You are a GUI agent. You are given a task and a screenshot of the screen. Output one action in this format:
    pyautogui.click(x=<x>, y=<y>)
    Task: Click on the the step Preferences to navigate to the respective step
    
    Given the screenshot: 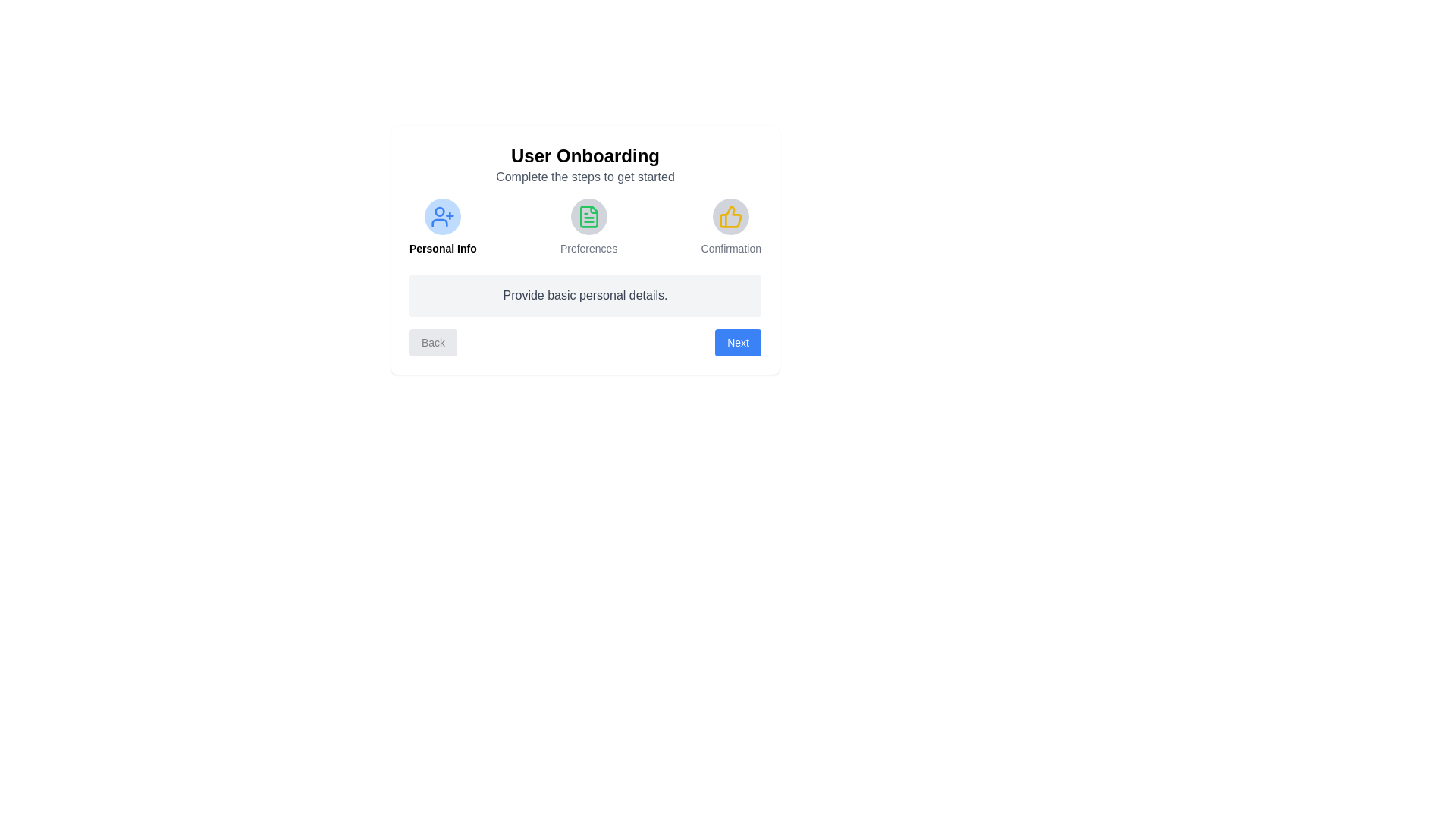 What is the action you would take?
    pyautogui.click(x=588, y=227)
    